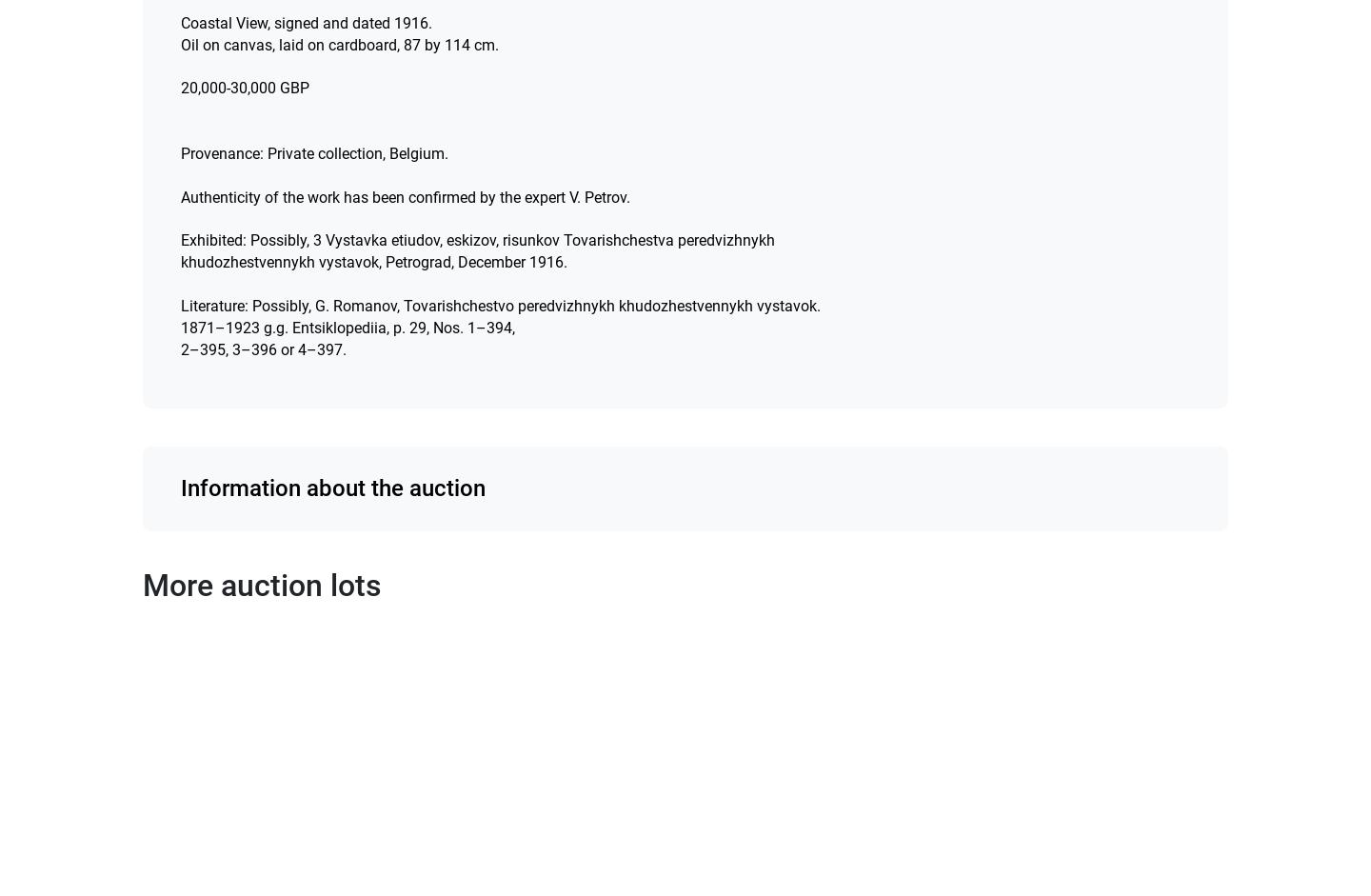 The height and width of the screenshot is (896, 1371). I want to click on '2–395, 3–396 or 4–397.', so click(263, 348).